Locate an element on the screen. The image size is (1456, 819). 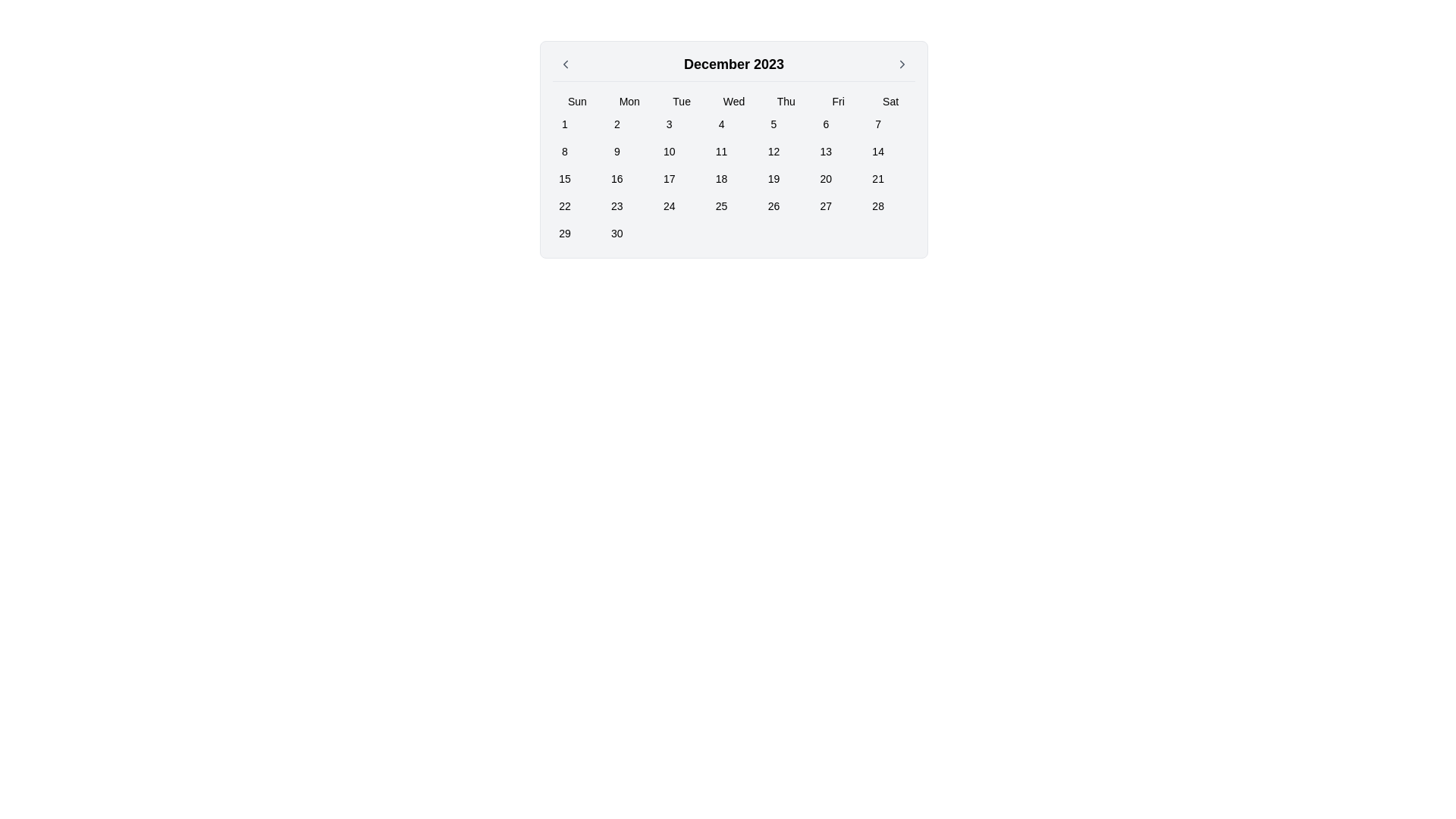
the button that allows users to select the 7th day of the month, located in the calendar grid under the 'Sat' column is located at coordinates (878, 124).